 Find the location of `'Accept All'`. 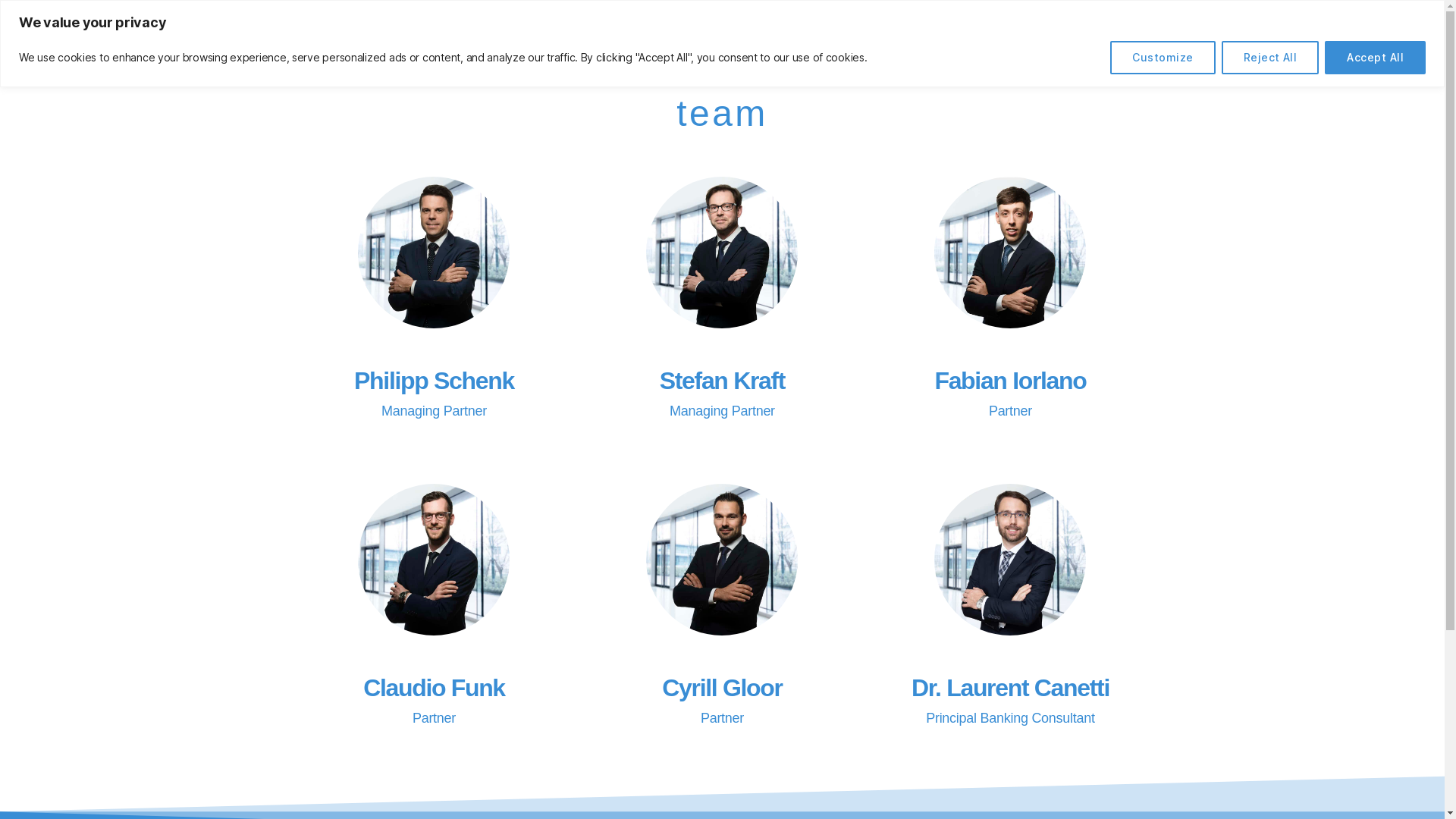

'Accept All' is located at coordinates (1375, 57).